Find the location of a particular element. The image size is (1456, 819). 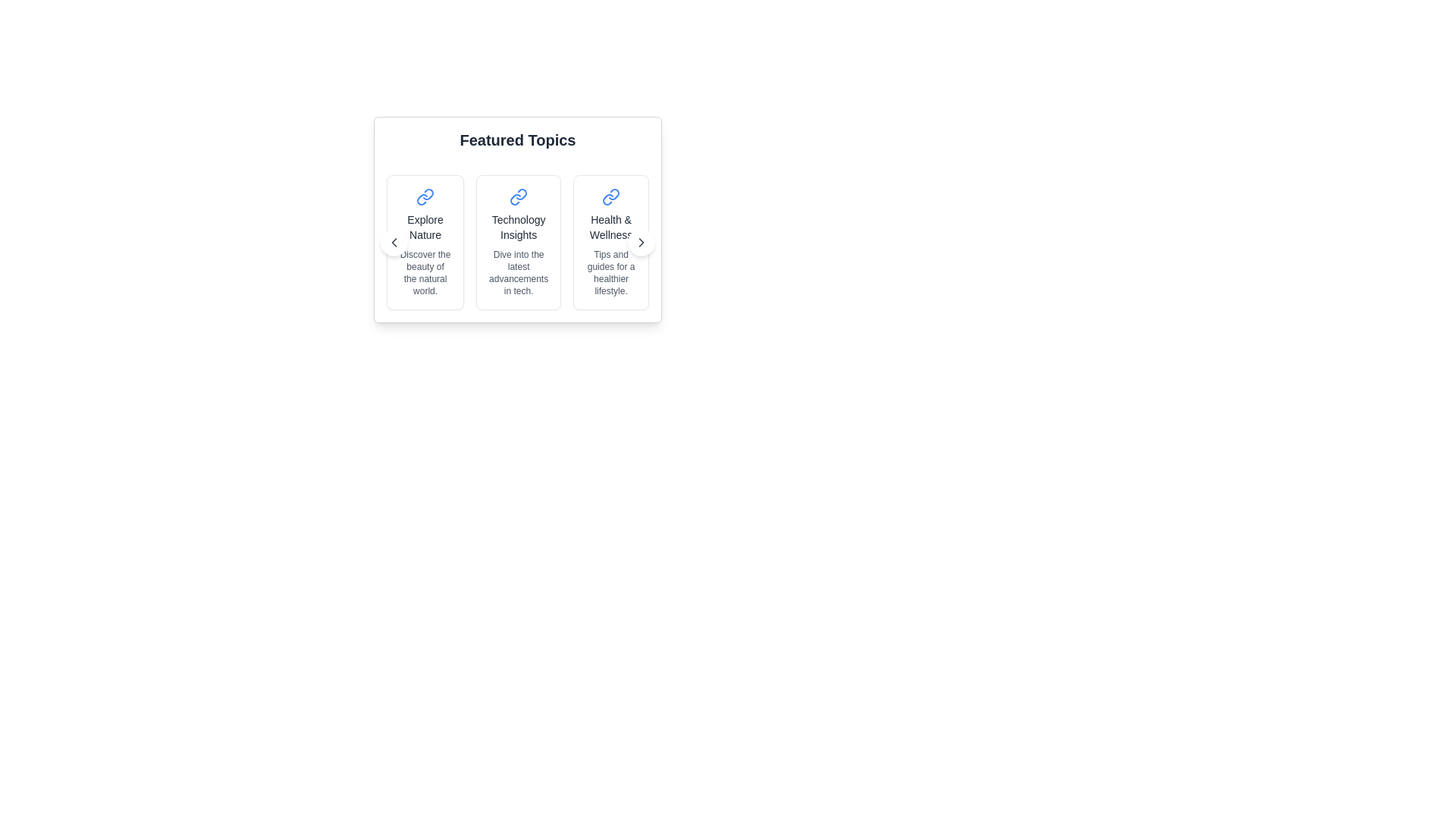

the icon in the upper left corner of the 'Explore Nature' card, which serves as a visual indicator for an external link is located at coordinates (522, 193).